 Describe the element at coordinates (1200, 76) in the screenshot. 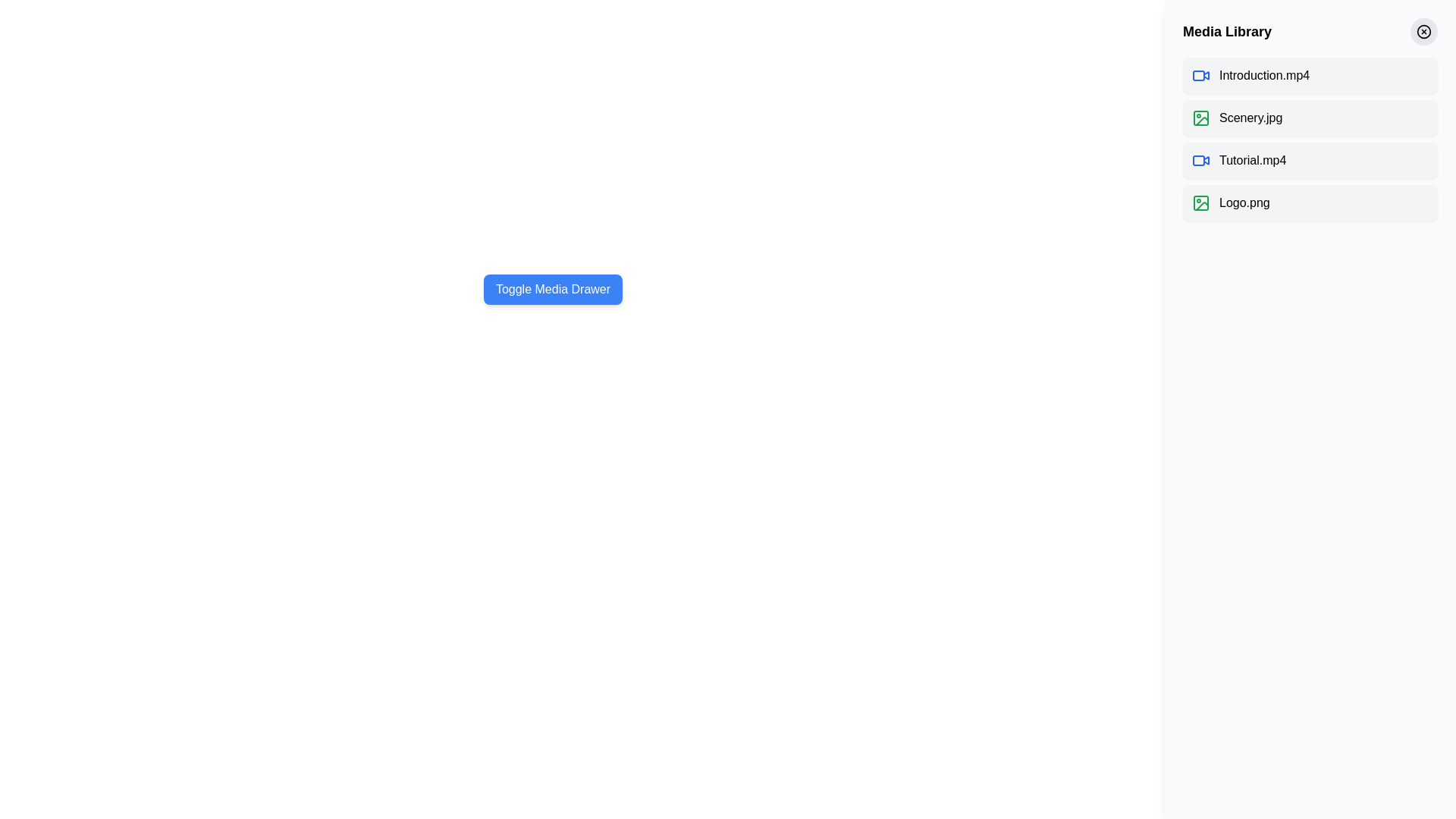

I see `the video icon with a blue outline next to the text 'Introduction.mp4' in the Media Library` at that location.